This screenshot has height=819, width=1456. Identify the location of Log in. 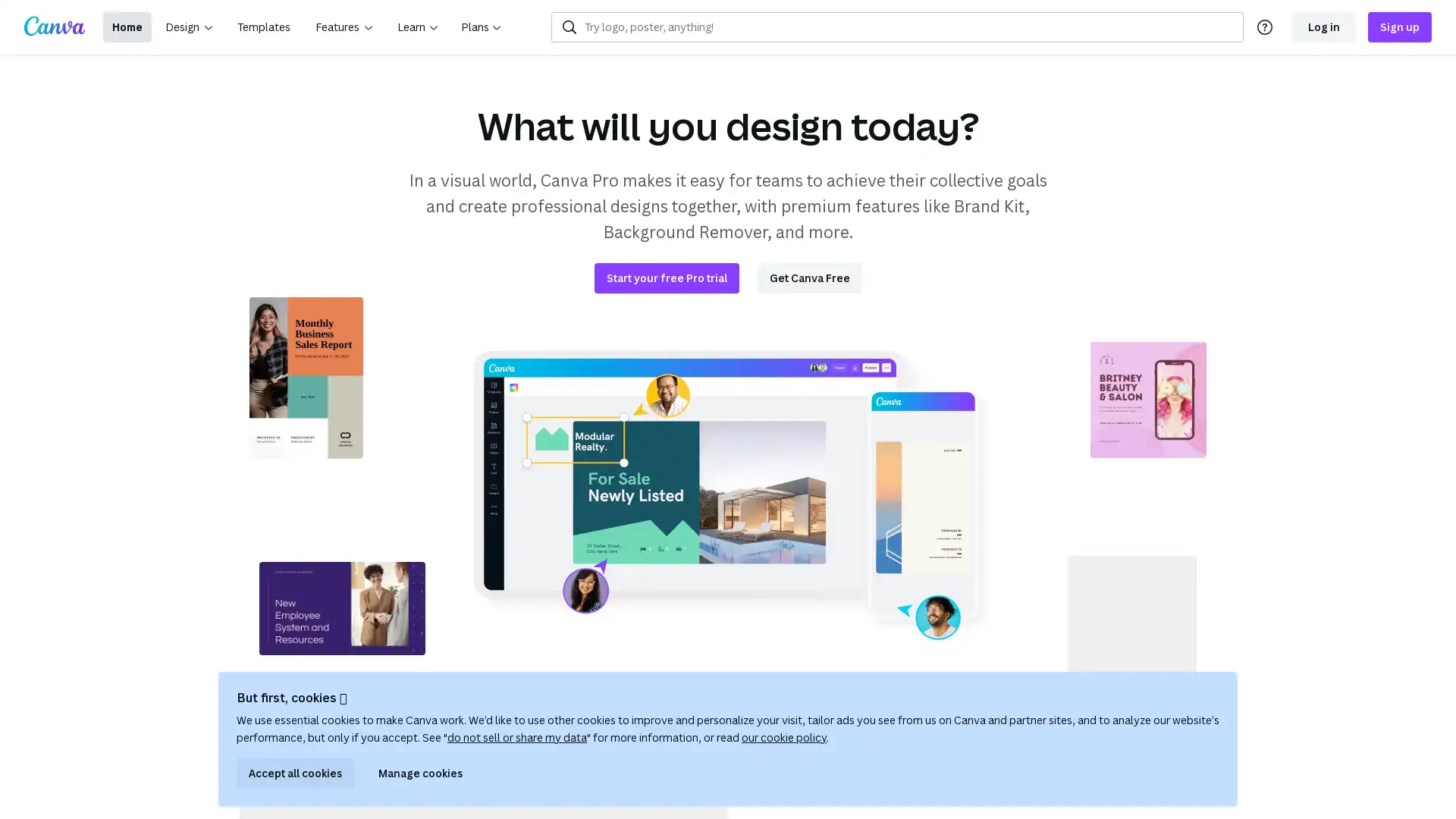
(1323, 27).